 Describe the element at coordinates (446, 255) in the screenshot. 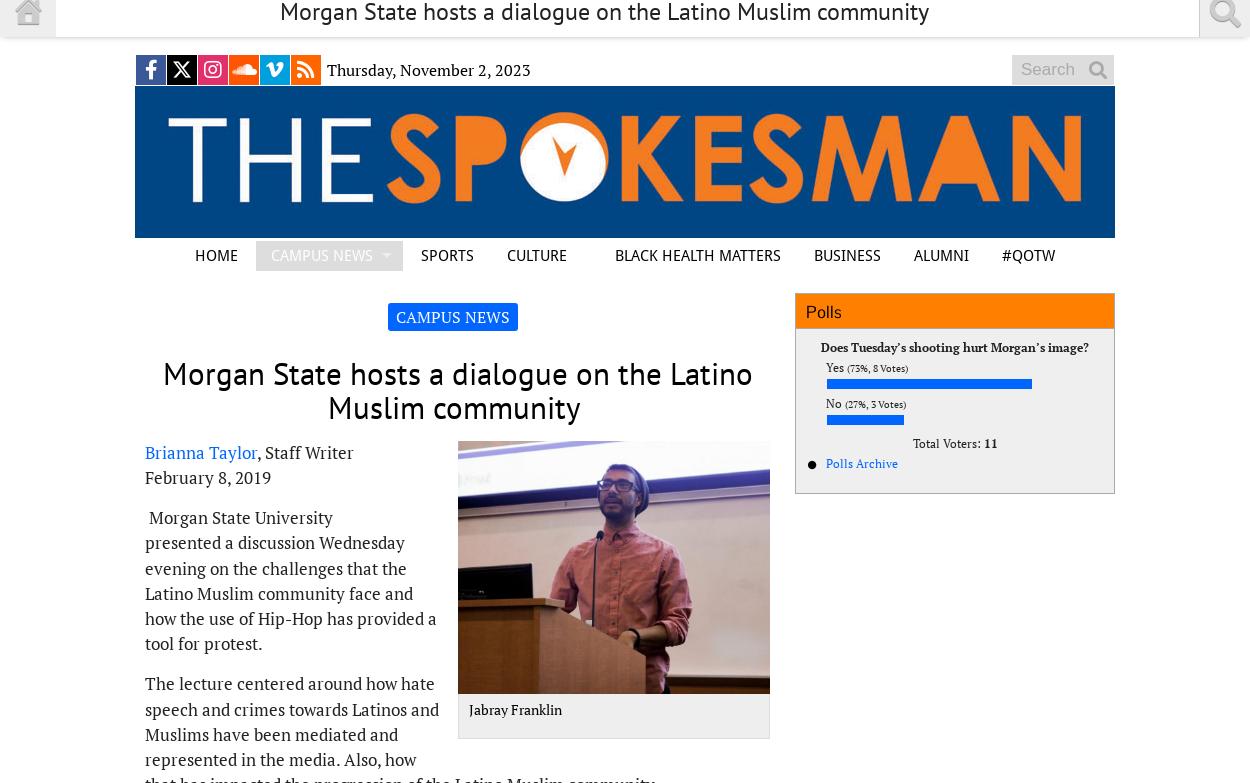

I see `'SPORTS'` at that location.